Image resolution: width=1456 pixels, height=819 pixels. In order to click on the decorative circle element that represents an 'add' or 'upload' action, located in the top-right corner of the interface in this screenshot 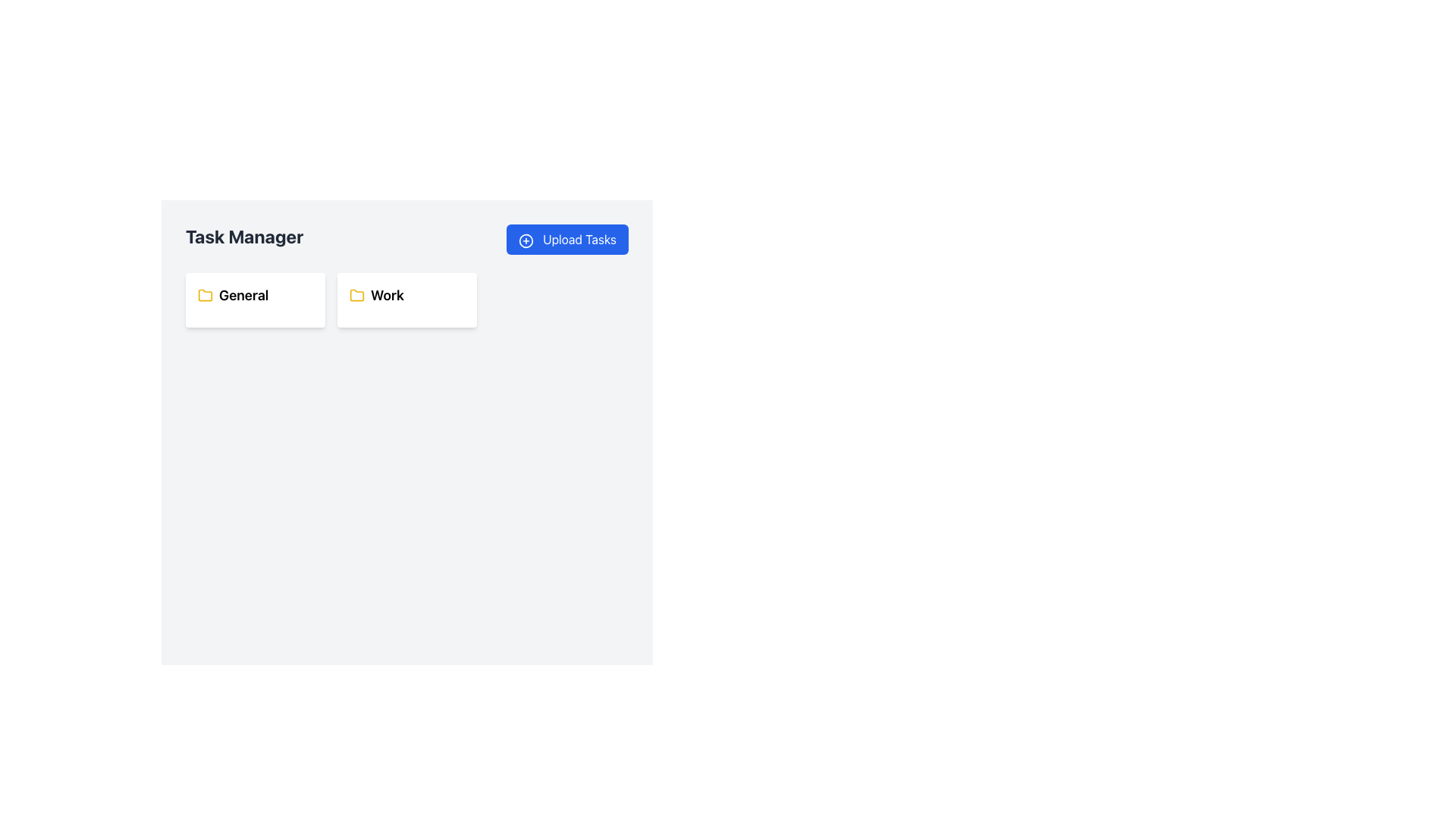, I will do `click(526, 240)`.